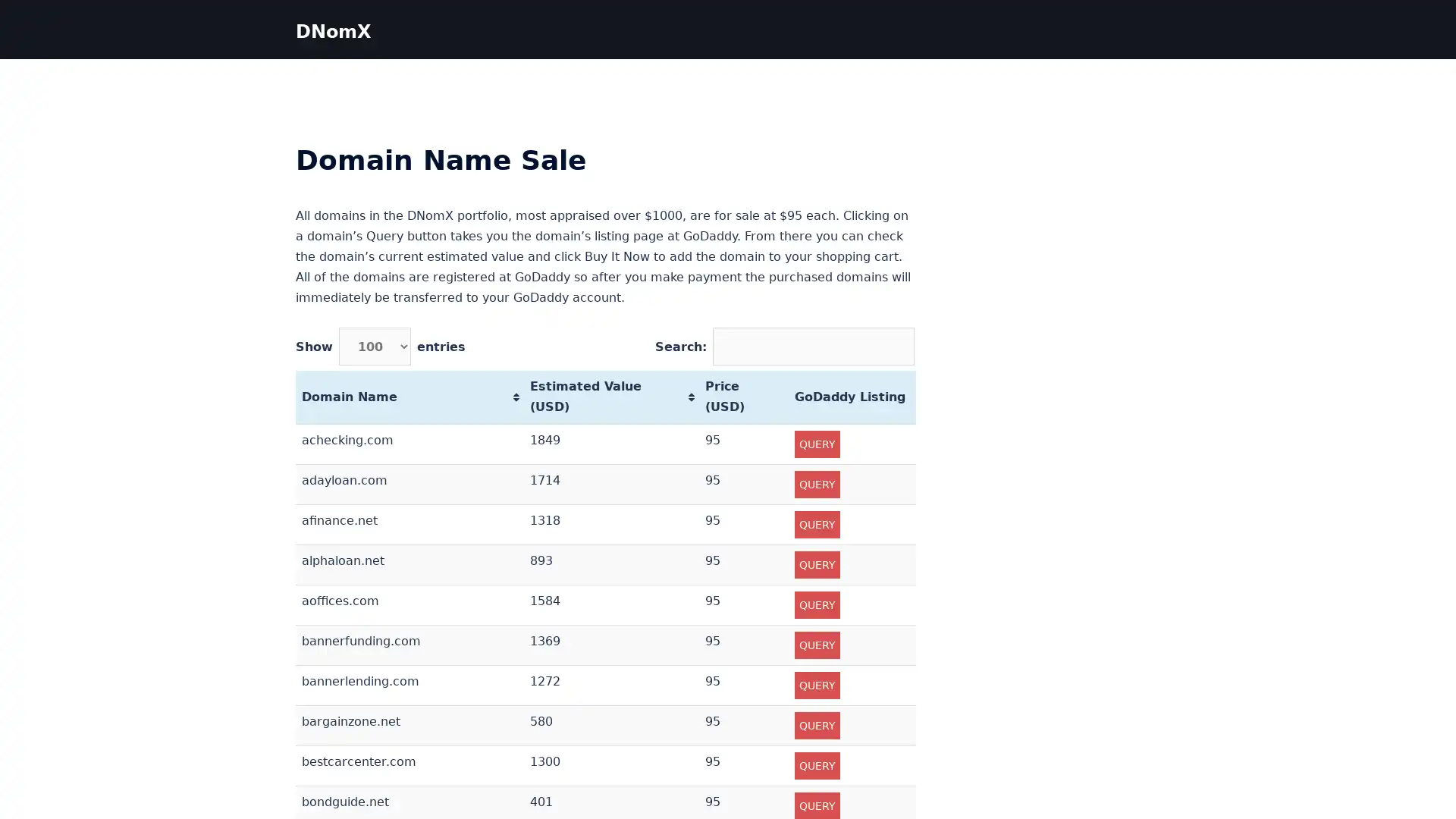 This screenshot has width=1456, height=819. I want to click on QUERY, so click(815, 766).